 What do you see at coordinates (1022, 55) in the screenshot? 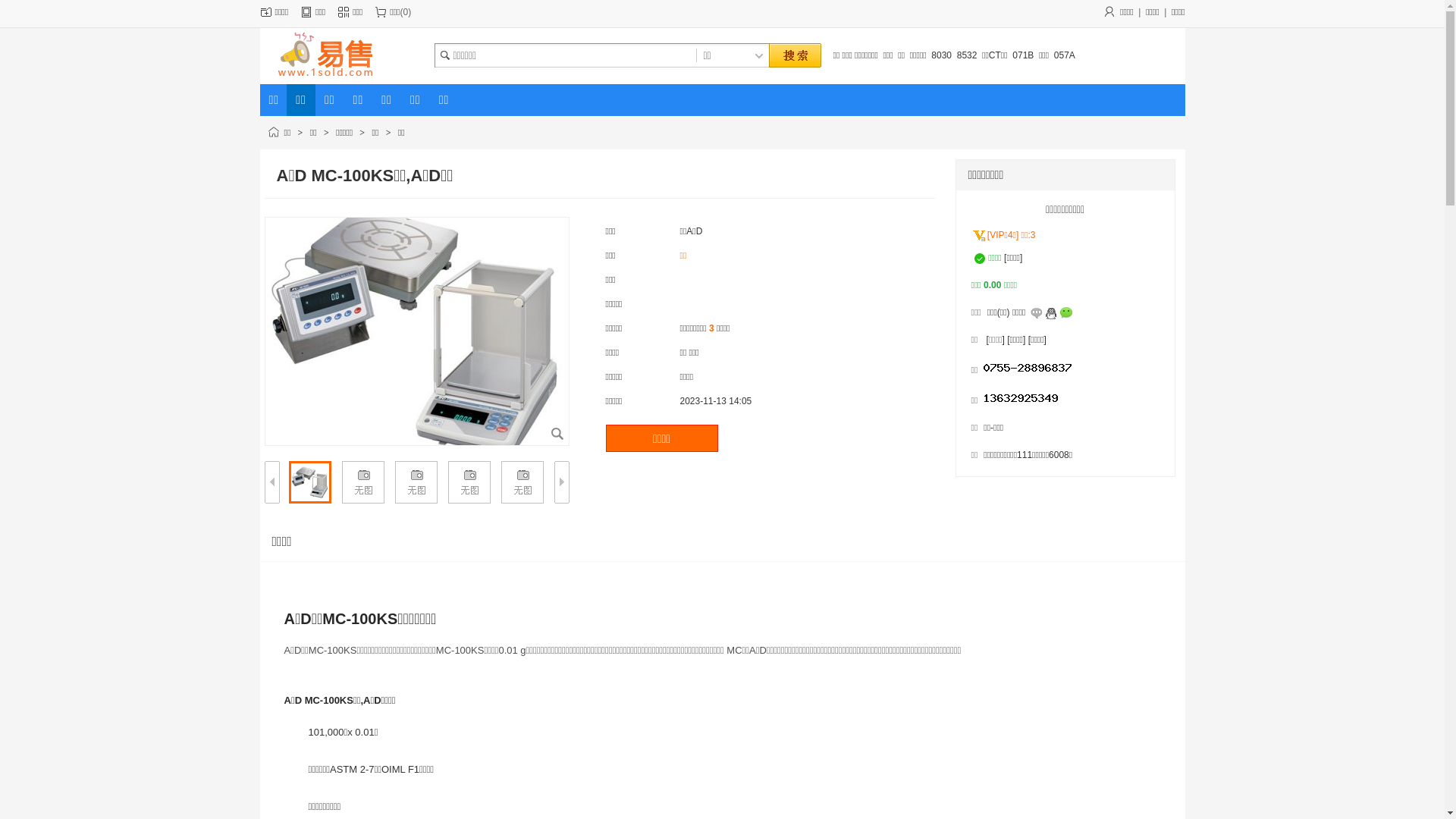
I see `'071B'` at bounding box center [1022, 55].